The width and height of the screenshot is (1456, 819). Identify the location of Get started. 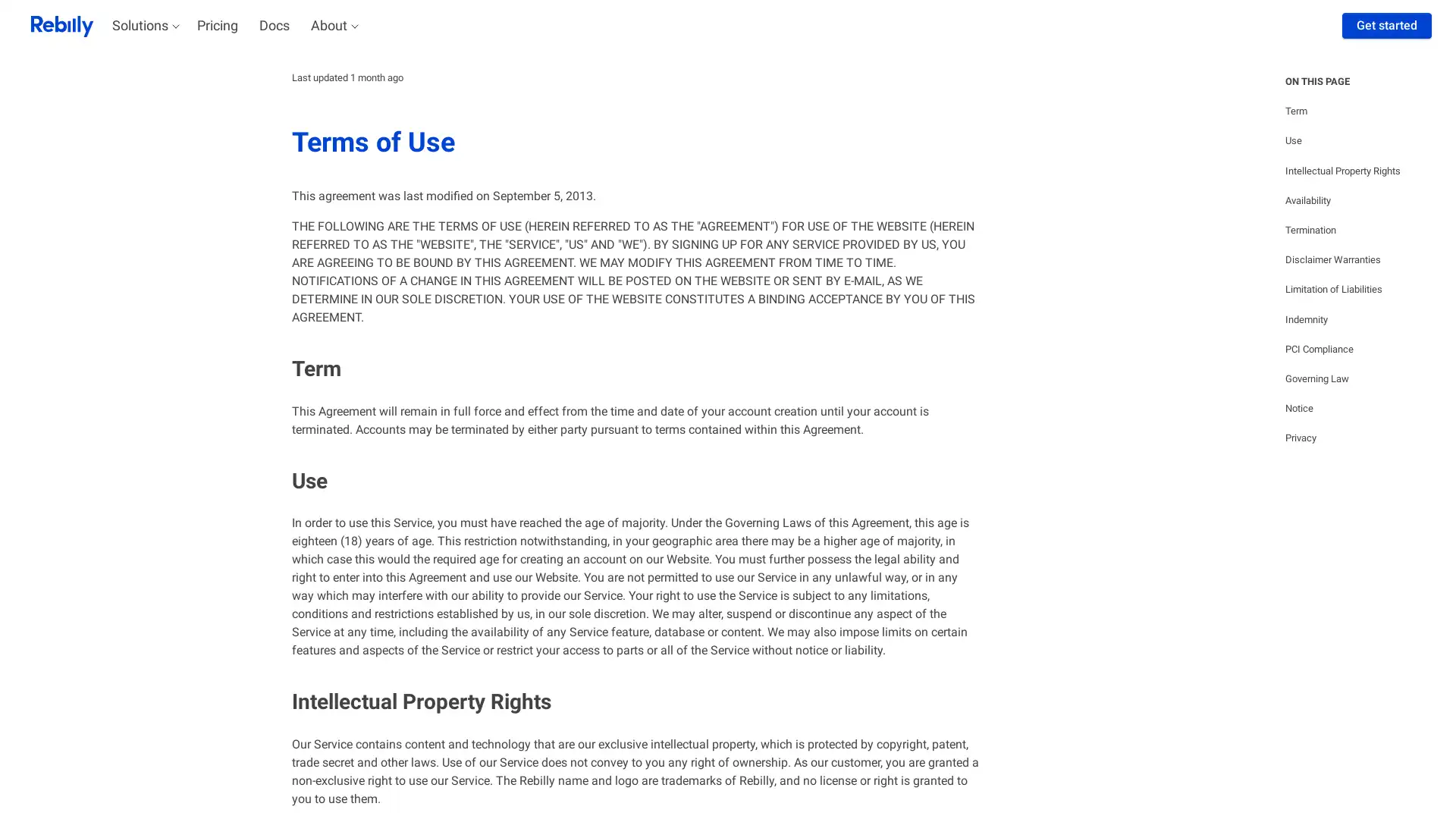
(1386, 26).